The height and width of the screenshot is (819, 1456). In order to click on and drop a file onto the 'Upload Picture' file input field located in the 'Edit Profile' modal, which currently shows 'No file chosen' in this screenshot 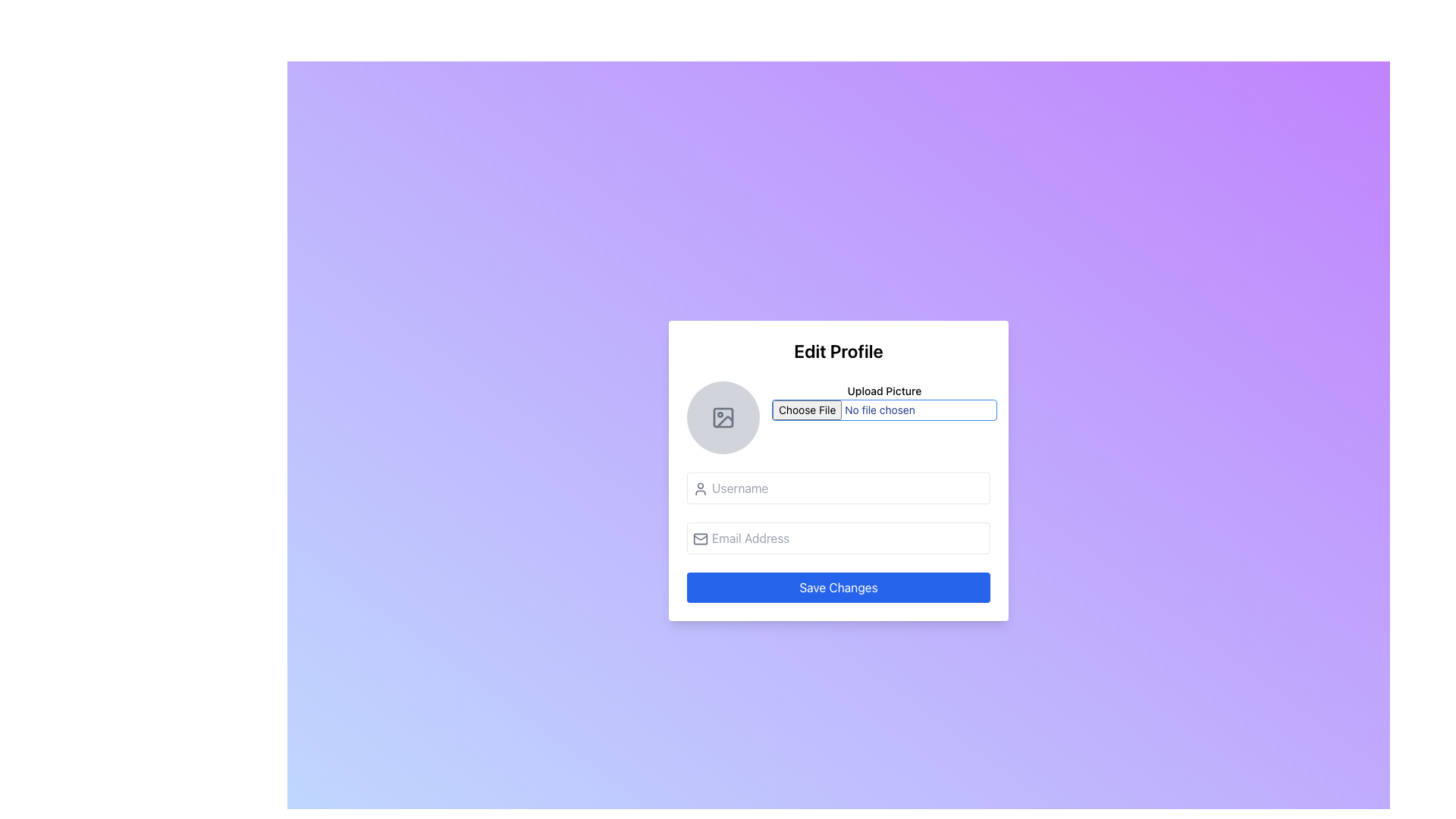, I will do `click(884, 418)`.